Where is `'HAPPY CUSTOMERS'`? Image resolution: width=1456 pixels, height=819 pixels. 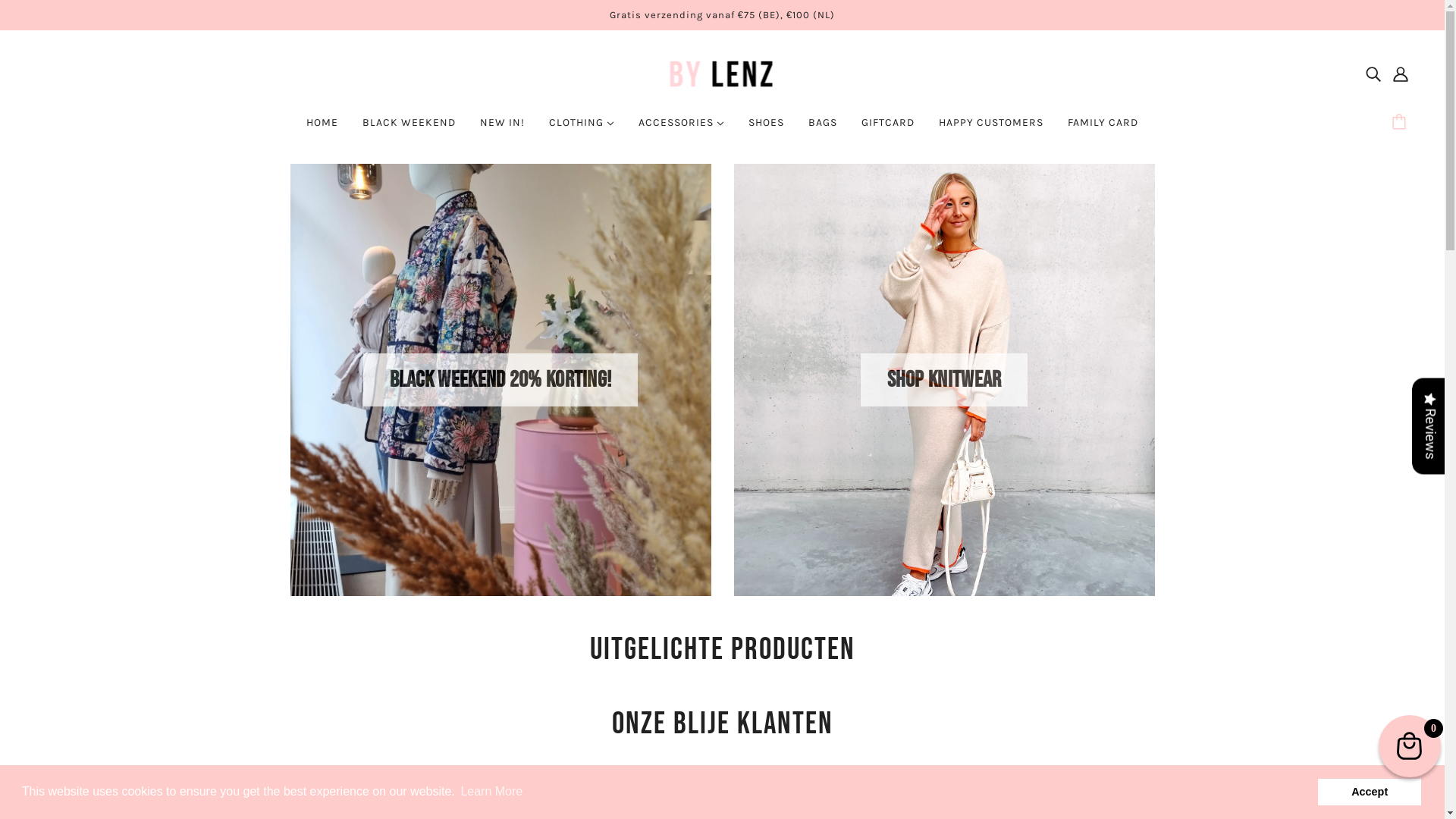 'HAPPY CUSTOMERS' is located at coordinates (990, 127).